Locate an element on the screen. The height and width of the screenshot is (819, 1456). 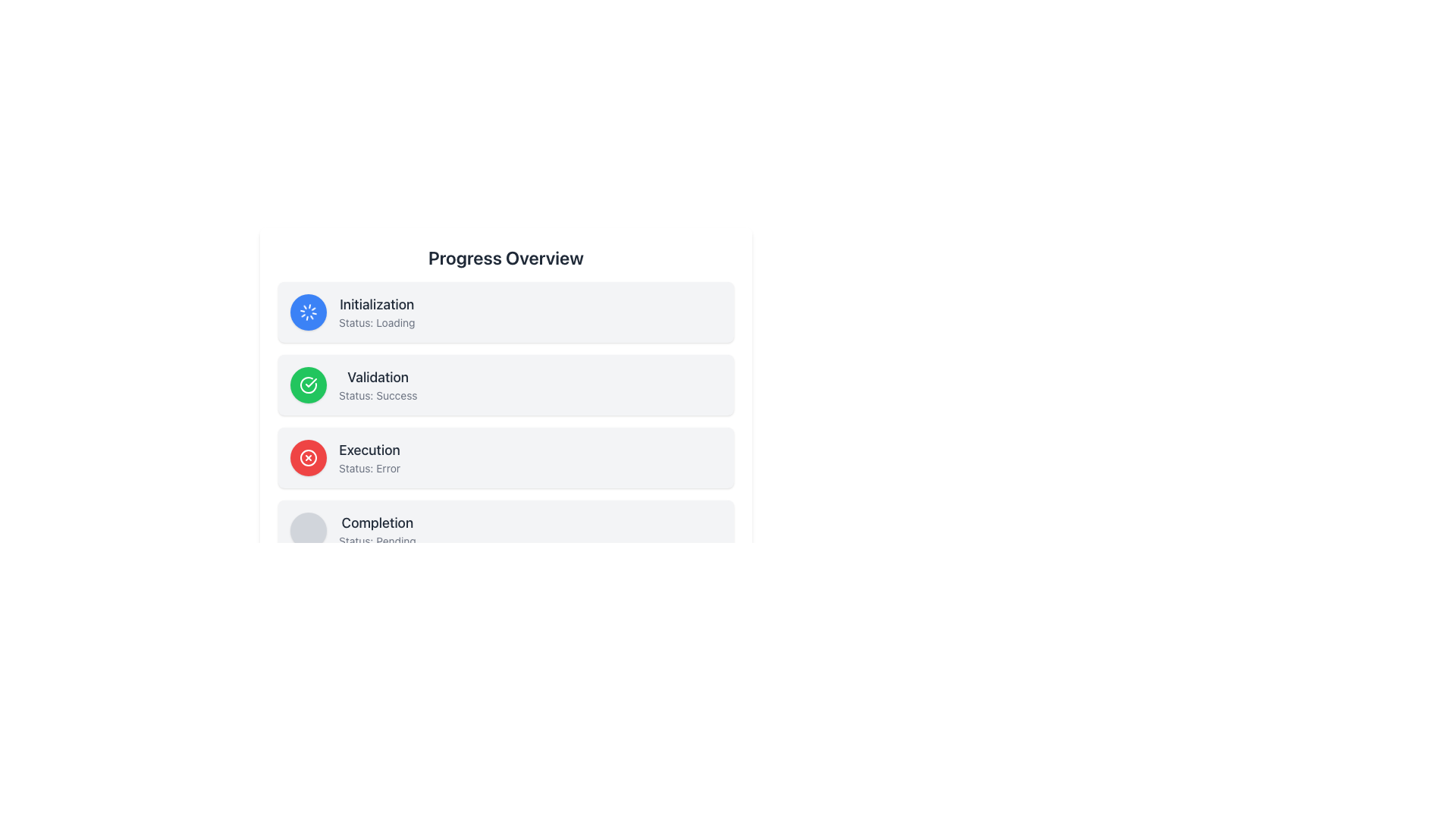
the text display component that shows 'Initialization' and 'Status: Loading' is located at coordinates (377, 312).